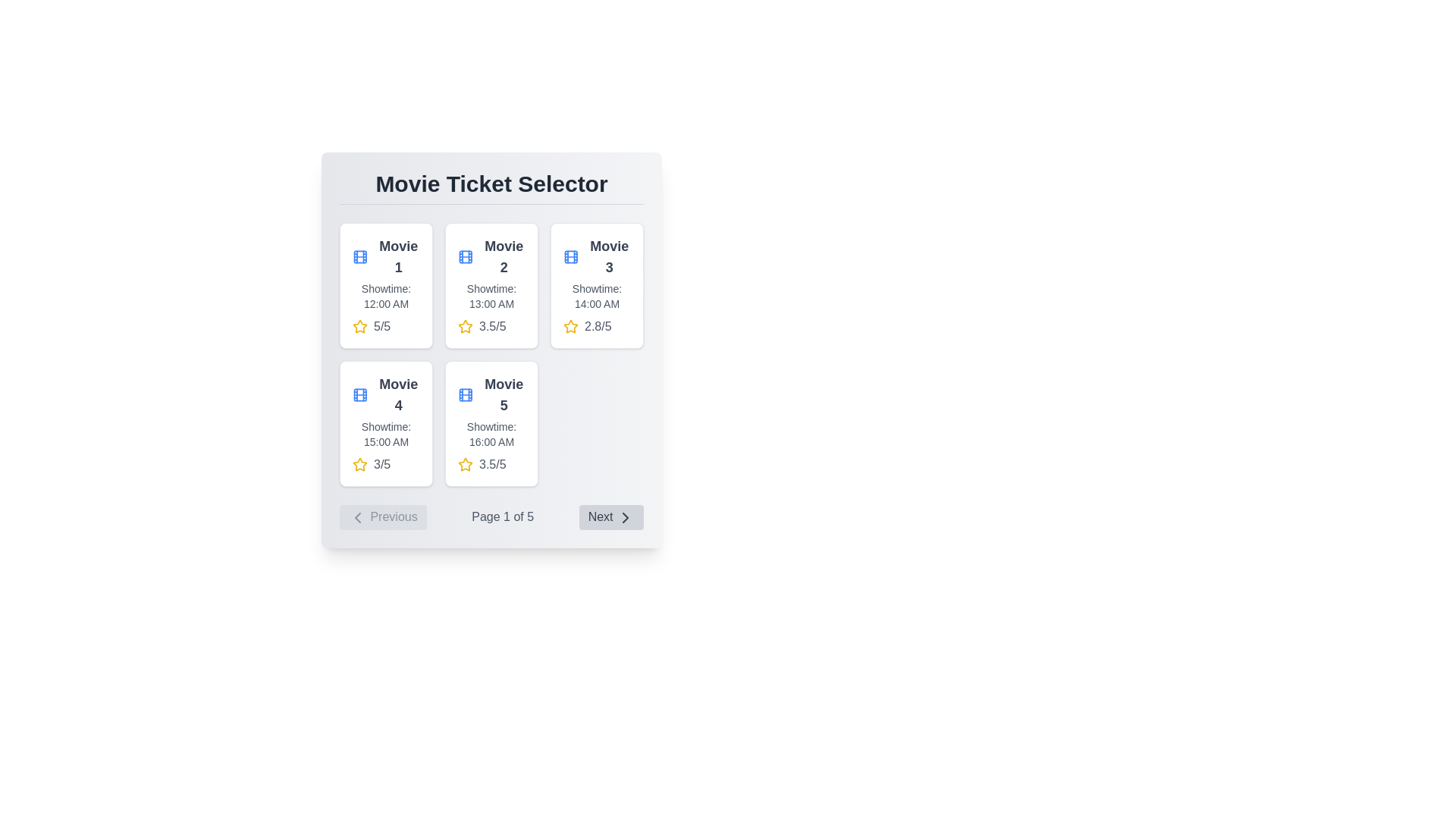  What do you see at coordinates (570, 325) in the screenshot?
I see `the third star icon with a yellow border and hollow center in the rating component for 'Movie 3'` at bounding box center [570, 325].